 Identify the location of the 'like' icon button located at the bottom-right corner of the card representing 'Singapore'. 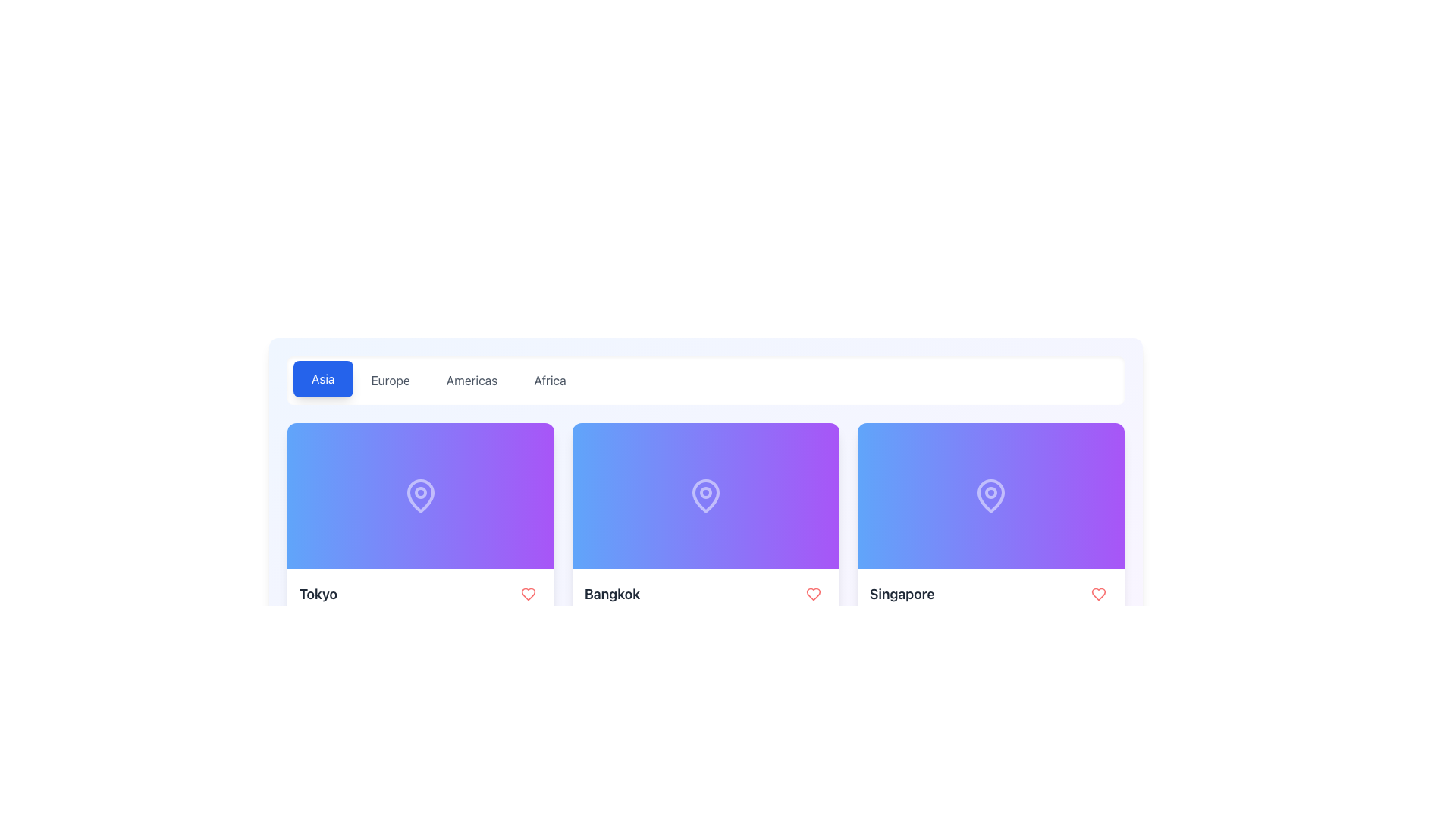
(1099, 593).